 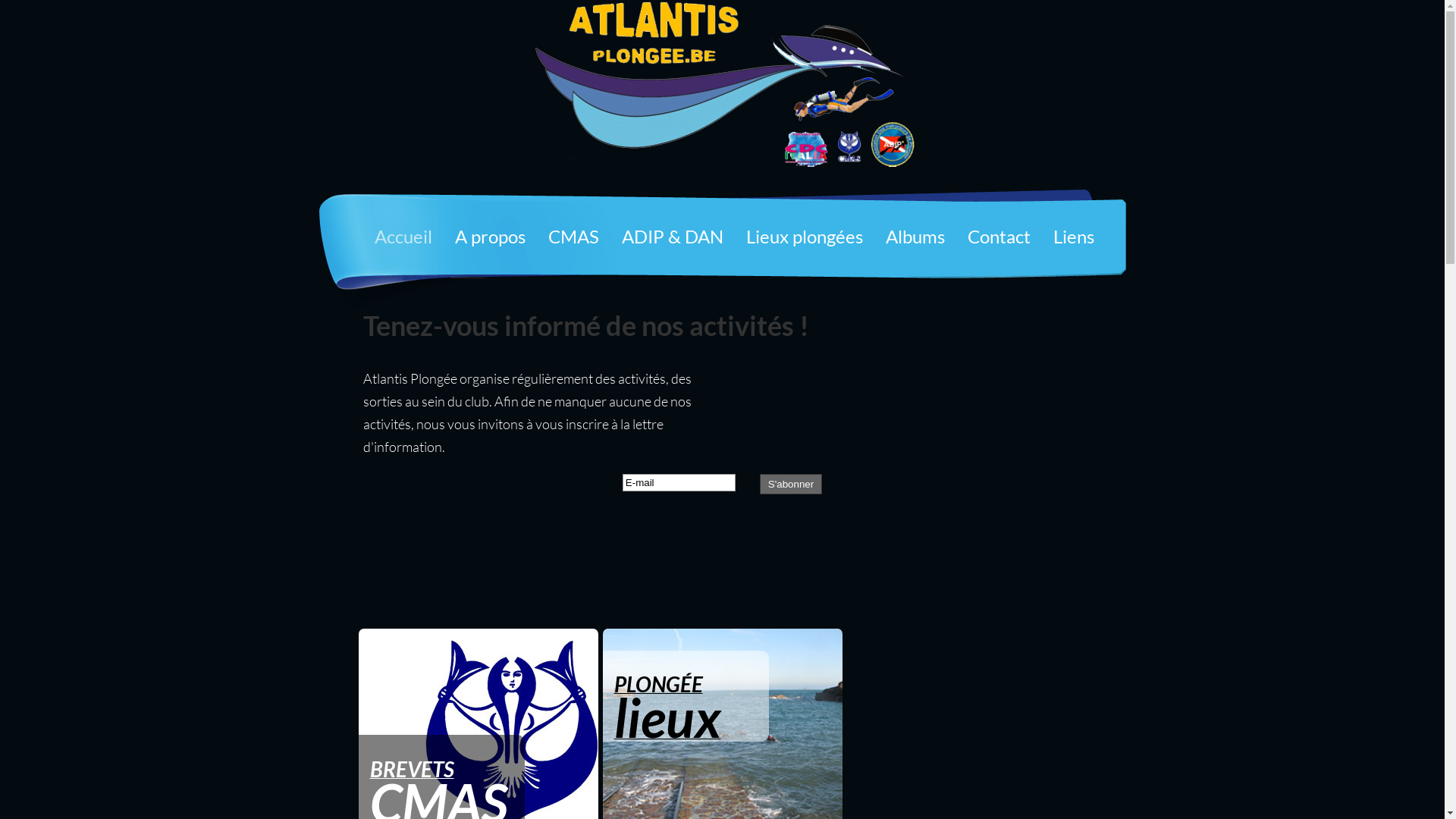 I want to click on 'S'abonner', so click(x=789, y=484).